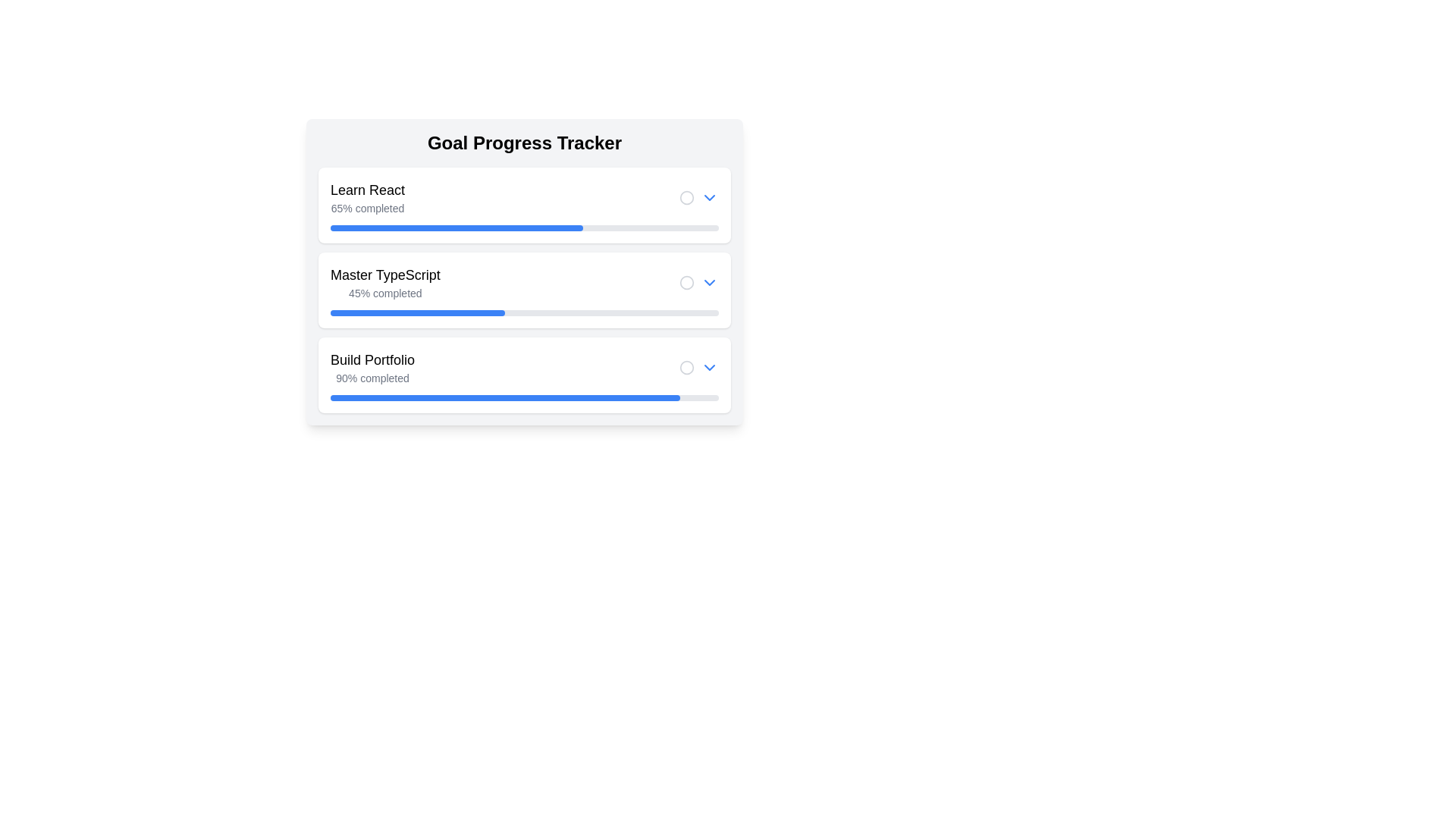  I want to click on the text label serving as a header for the goal tracker related to building a portfolio, positioned at the left side of the third progress card, above the progress text '90% completed', so click(372, 359).